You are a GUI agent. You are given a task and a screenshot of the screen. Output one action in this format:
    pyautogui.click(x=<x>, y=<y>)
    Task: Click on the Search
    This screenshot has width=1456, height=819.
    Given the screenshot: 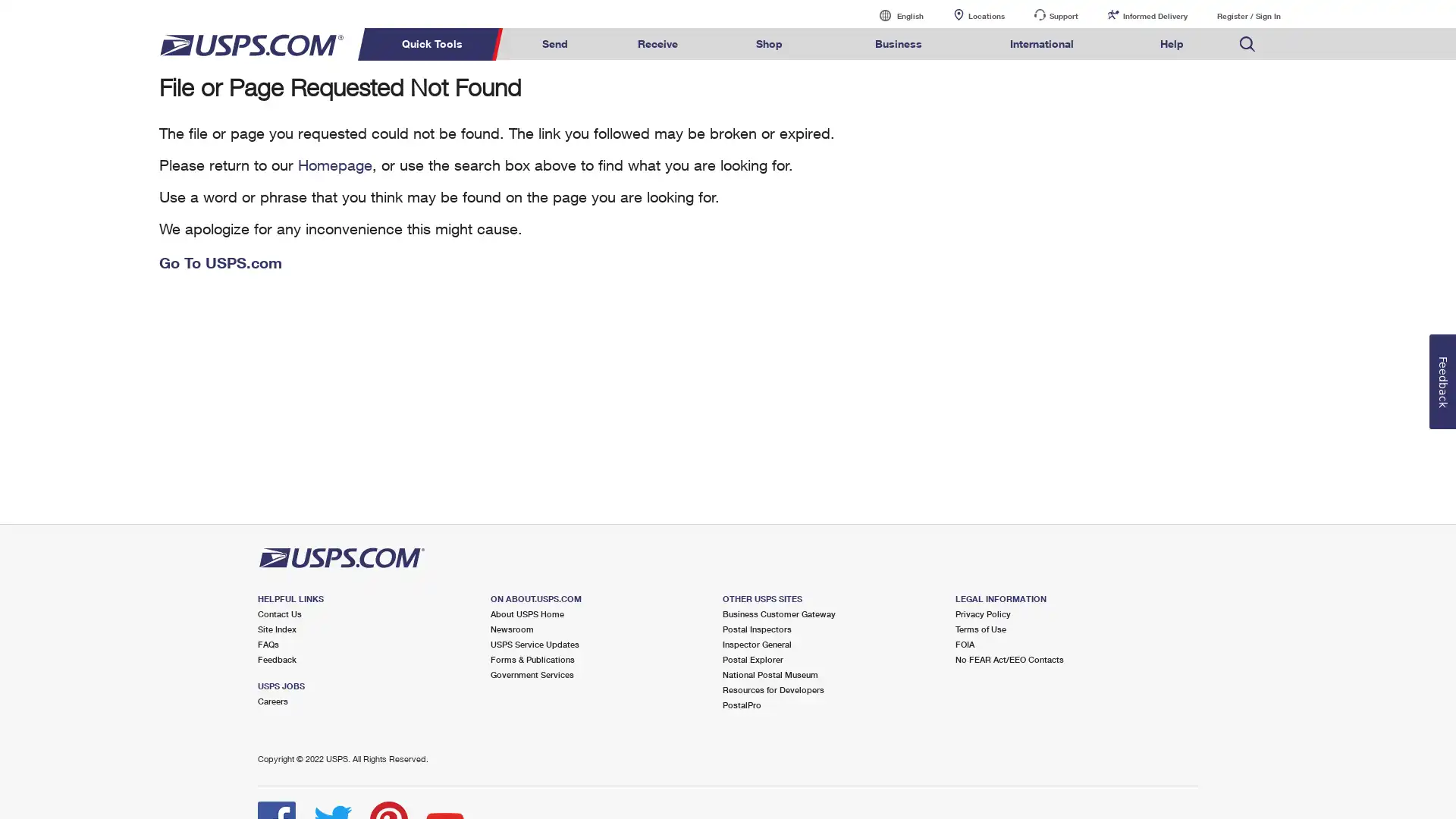 What is the action you would take?
    pyautogui.click(x=1253, y=394)
    